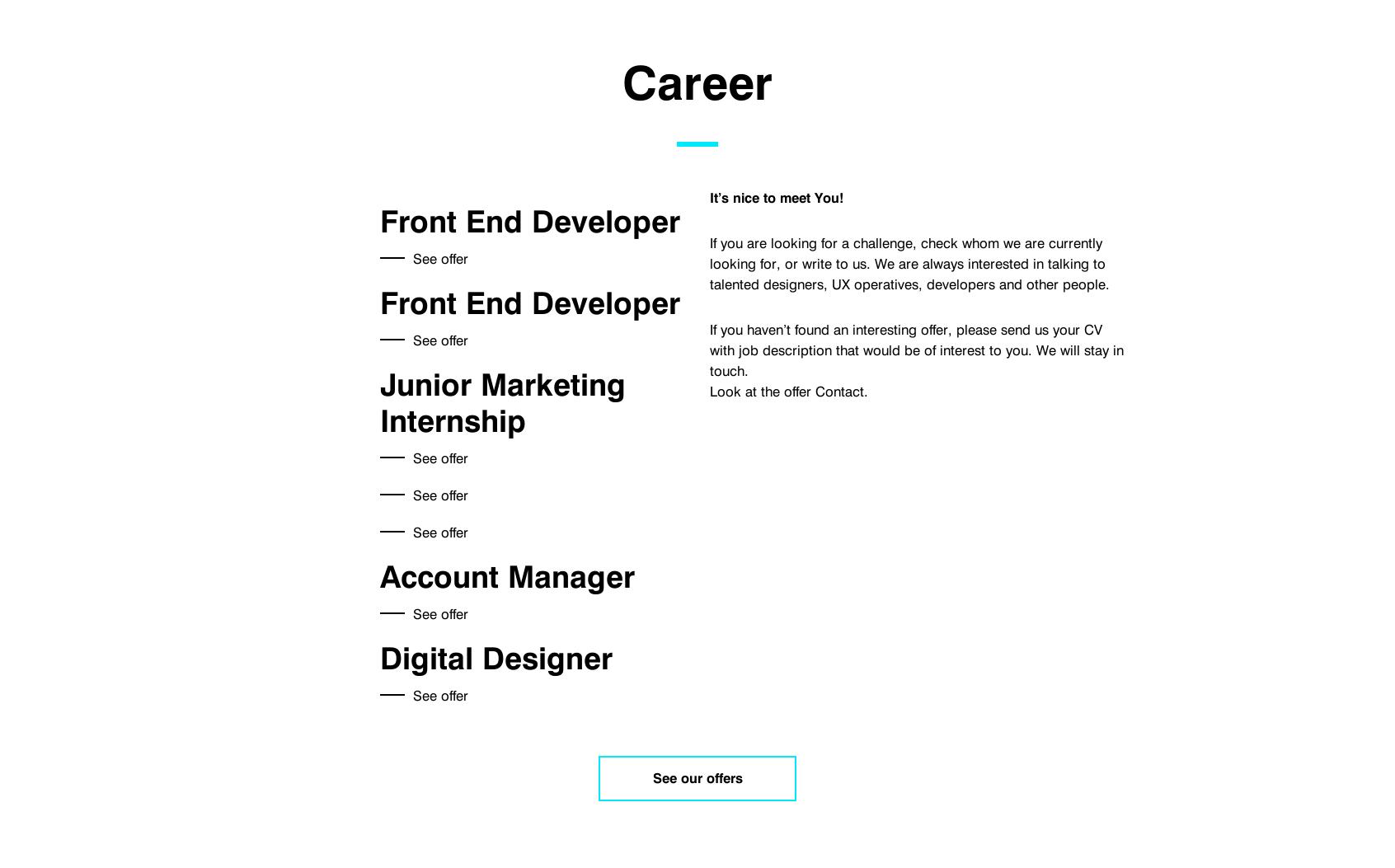  What do you see at coordinates (788, 390) in the screenshot?
I see `'Look at the offer Contact.'` at bounding box center [788, 390].